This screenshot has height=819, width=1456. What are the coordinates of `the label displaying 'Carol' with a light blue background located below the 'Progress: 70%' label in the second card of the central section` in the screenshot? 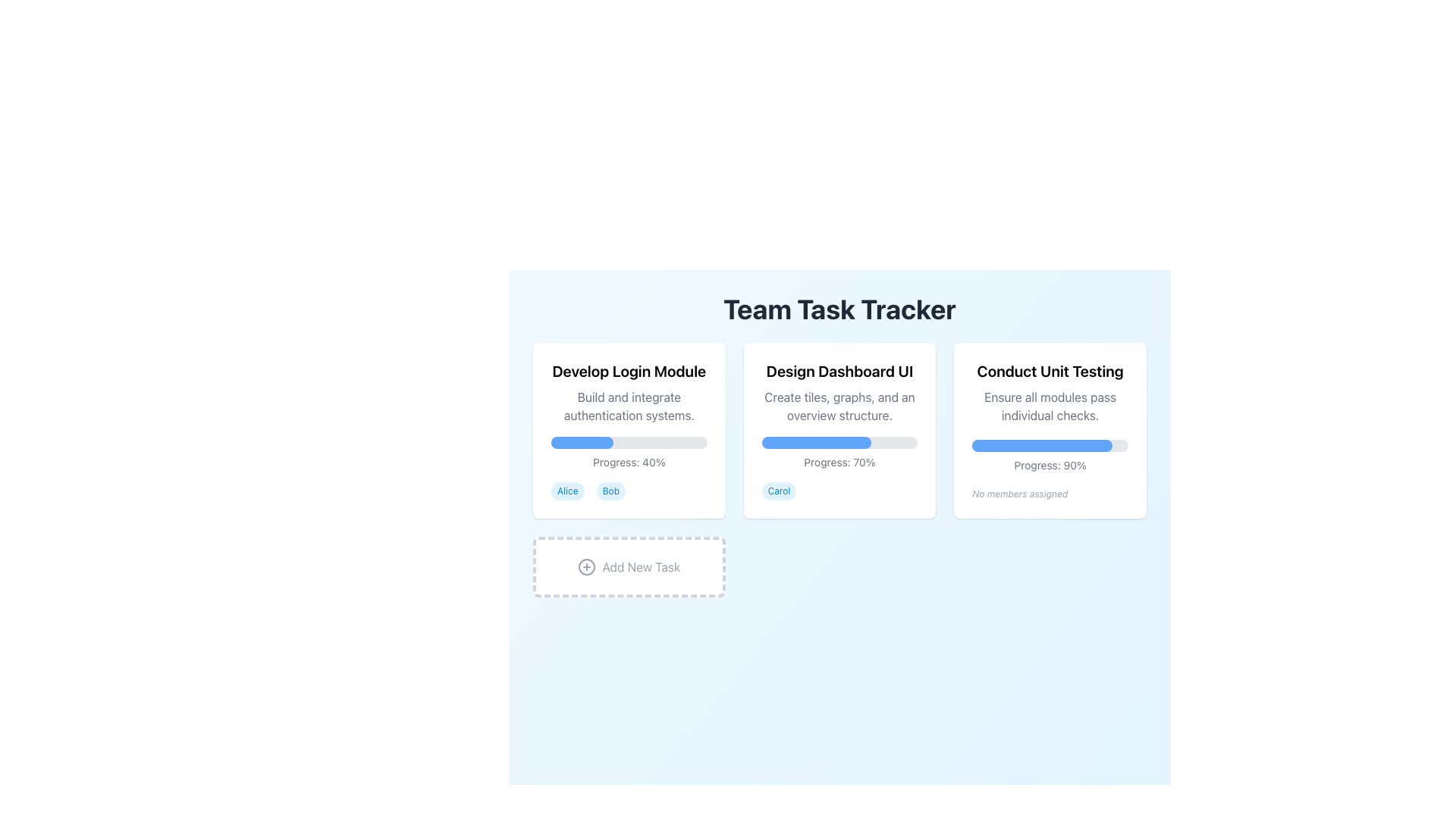 It's located at (779, 491).